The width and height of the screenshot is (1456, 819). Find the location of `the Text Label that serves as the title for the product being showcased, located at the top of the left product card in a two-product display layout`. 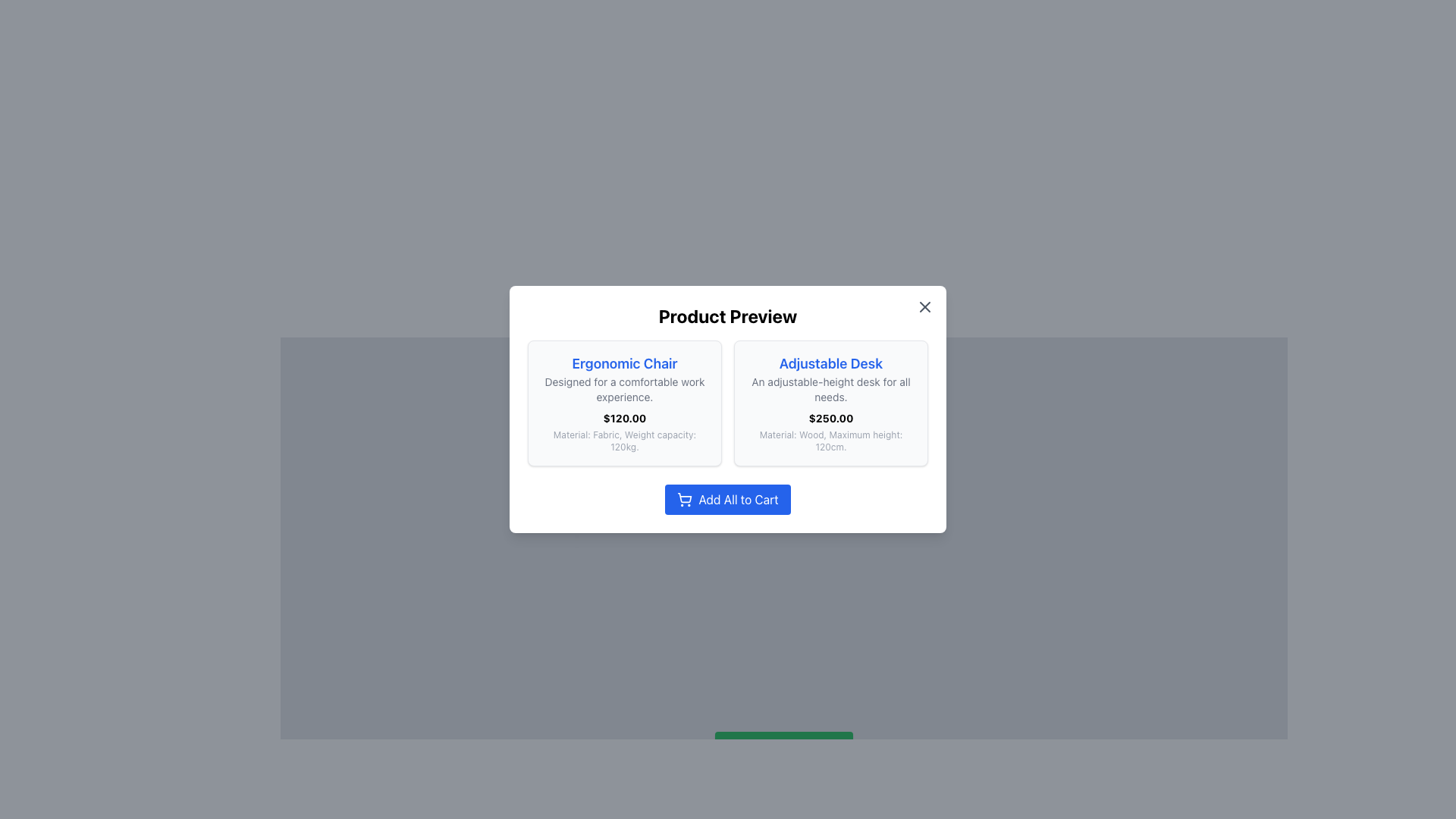

the Text Label that serves as the title for the product being showcased, located at the top of the left product card in a two-product display layout is located at coordinates (625, 363).